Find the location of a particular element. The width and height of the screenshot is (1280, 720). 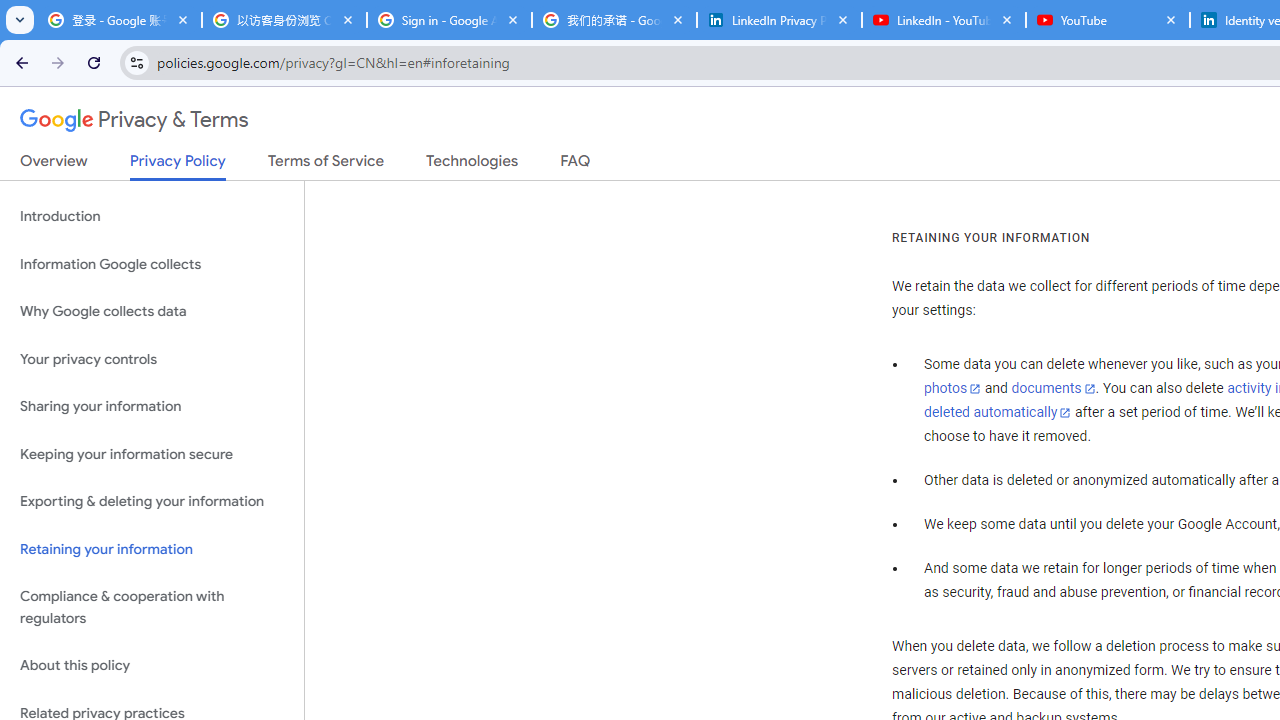

'Your privacy controls' is located at coordinates (151, 358).